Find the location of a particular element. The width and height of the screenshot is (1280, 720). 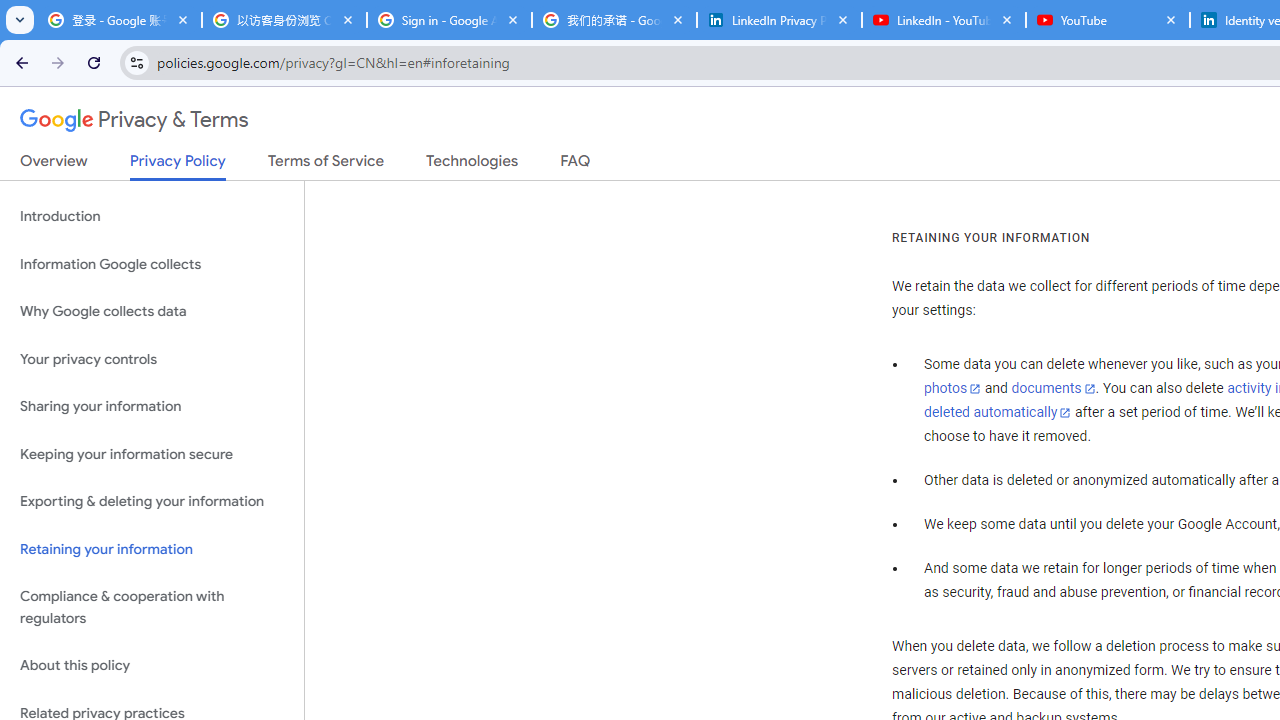

'Your privacy controls' is located at coordinates (151, 358).